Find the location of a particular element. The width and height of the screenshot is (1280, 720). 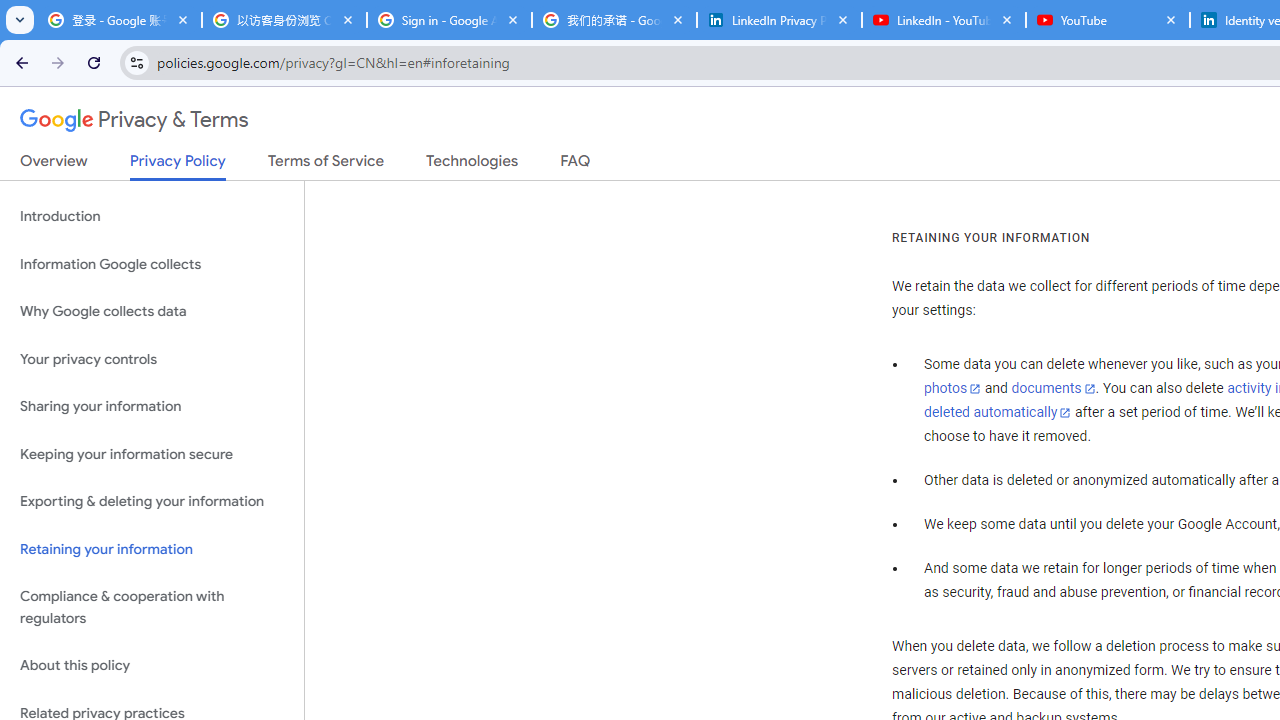

'Your privacy controls' is located at coordinates (151, 358).